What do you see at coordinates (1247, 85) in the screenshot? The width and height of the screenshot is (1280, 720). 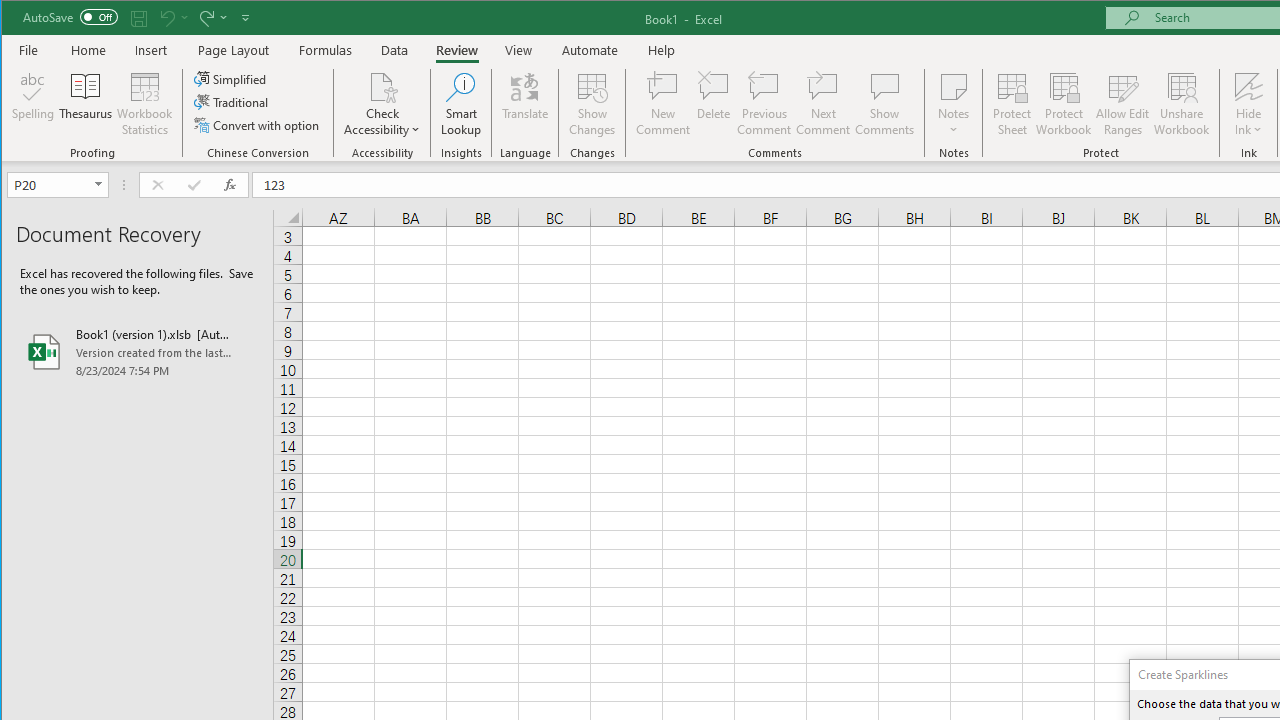 I see `'Hide Ink'` at bounding box center [1247, 85].